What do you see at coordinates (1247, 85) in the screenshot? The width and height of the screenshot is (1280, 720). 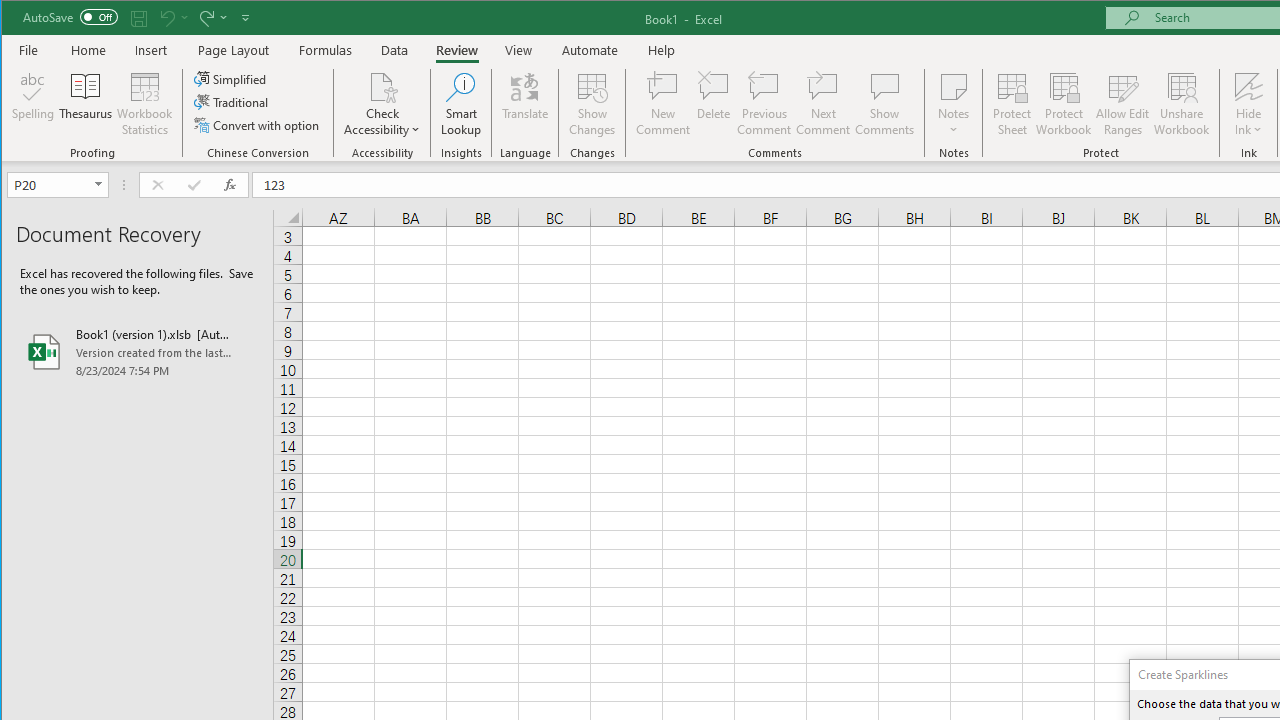 I see `'Hide Ink'` at bounding box center [1247, 85].